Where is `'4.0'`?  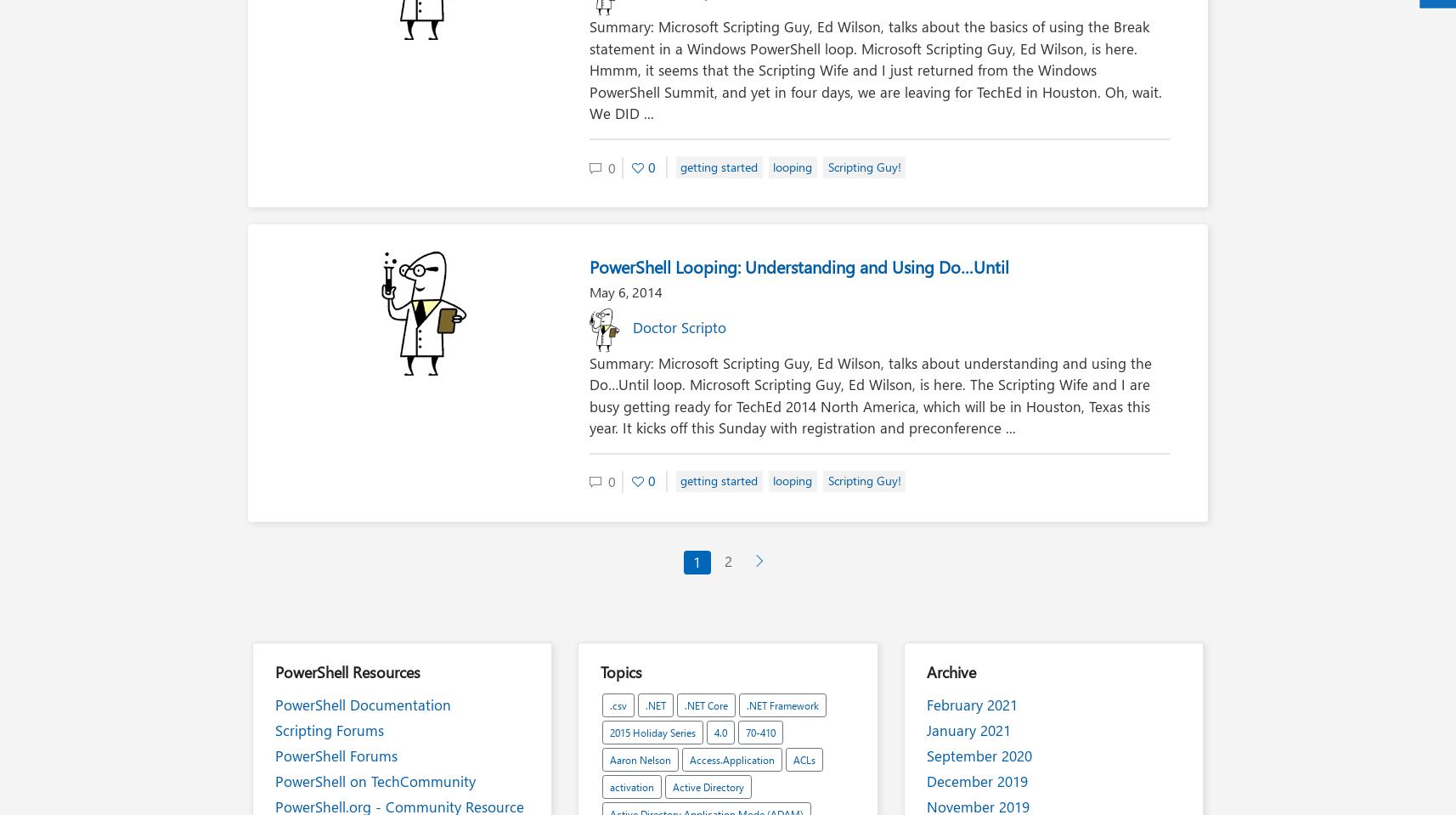
'4.0' is located at coordinates (720, 730).